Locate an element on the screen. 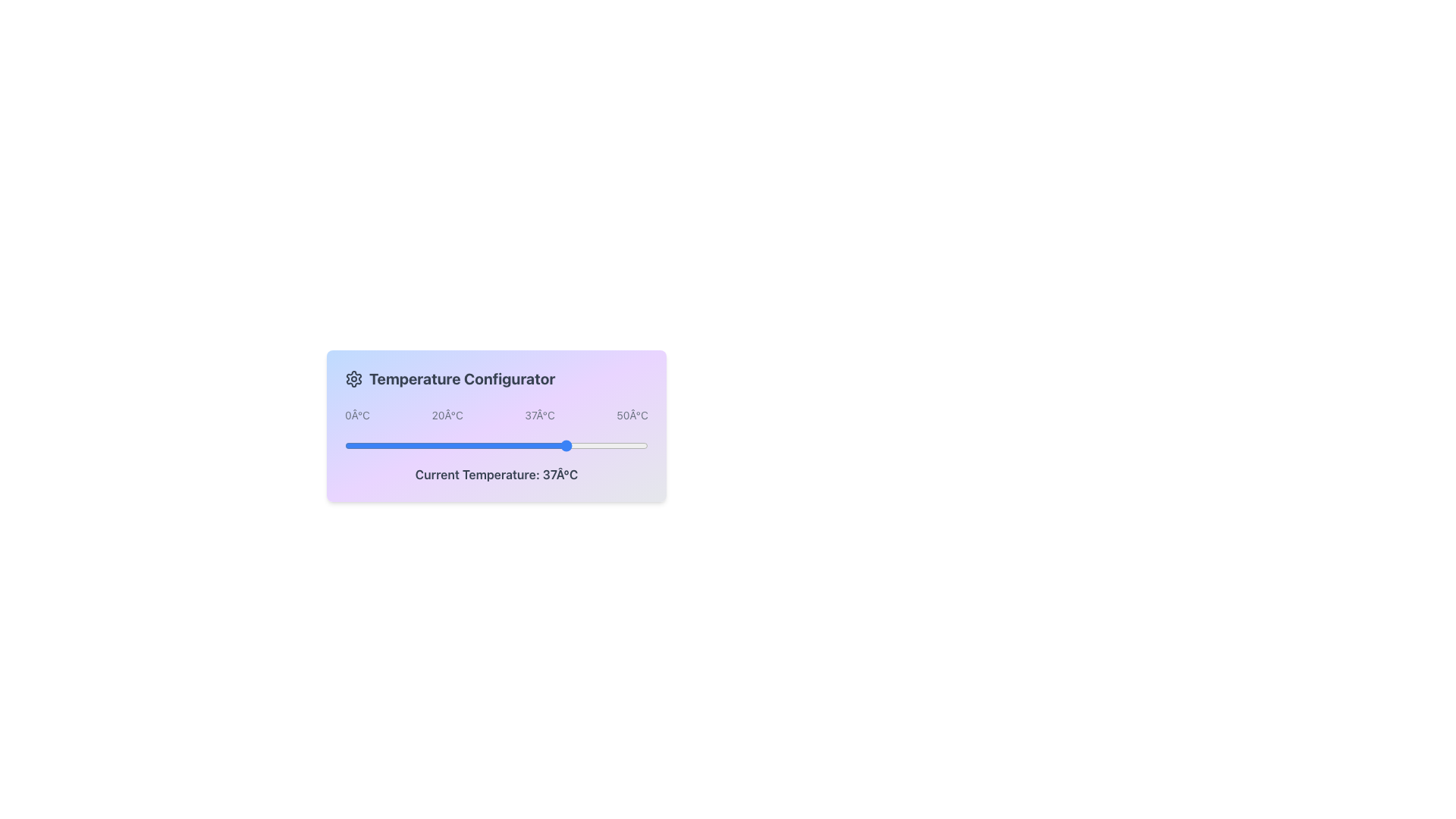 Image resolution: width=1456 pixels, height=819 pixels. the temperature is located at coordinates (435, 444).